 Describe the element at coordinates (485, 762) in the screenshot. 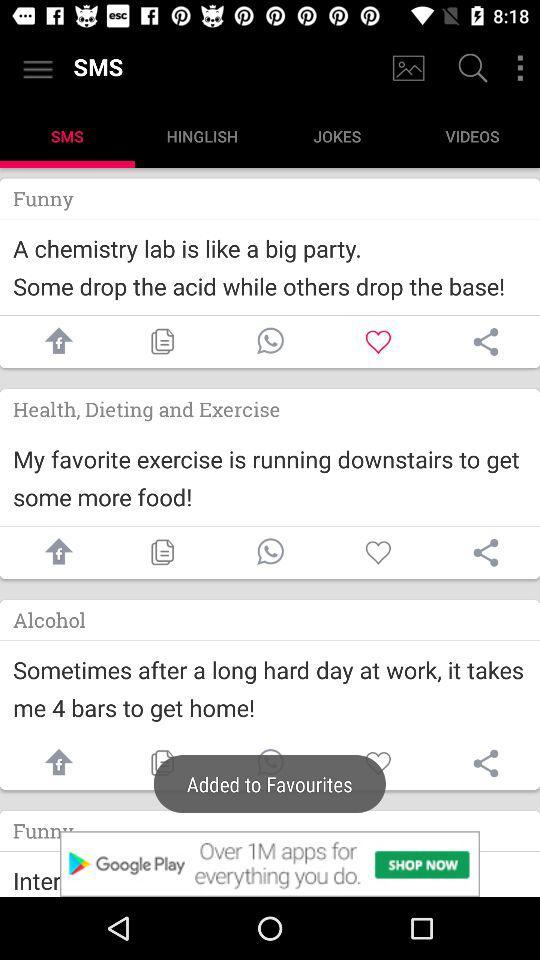

I see `share the article` at that location.